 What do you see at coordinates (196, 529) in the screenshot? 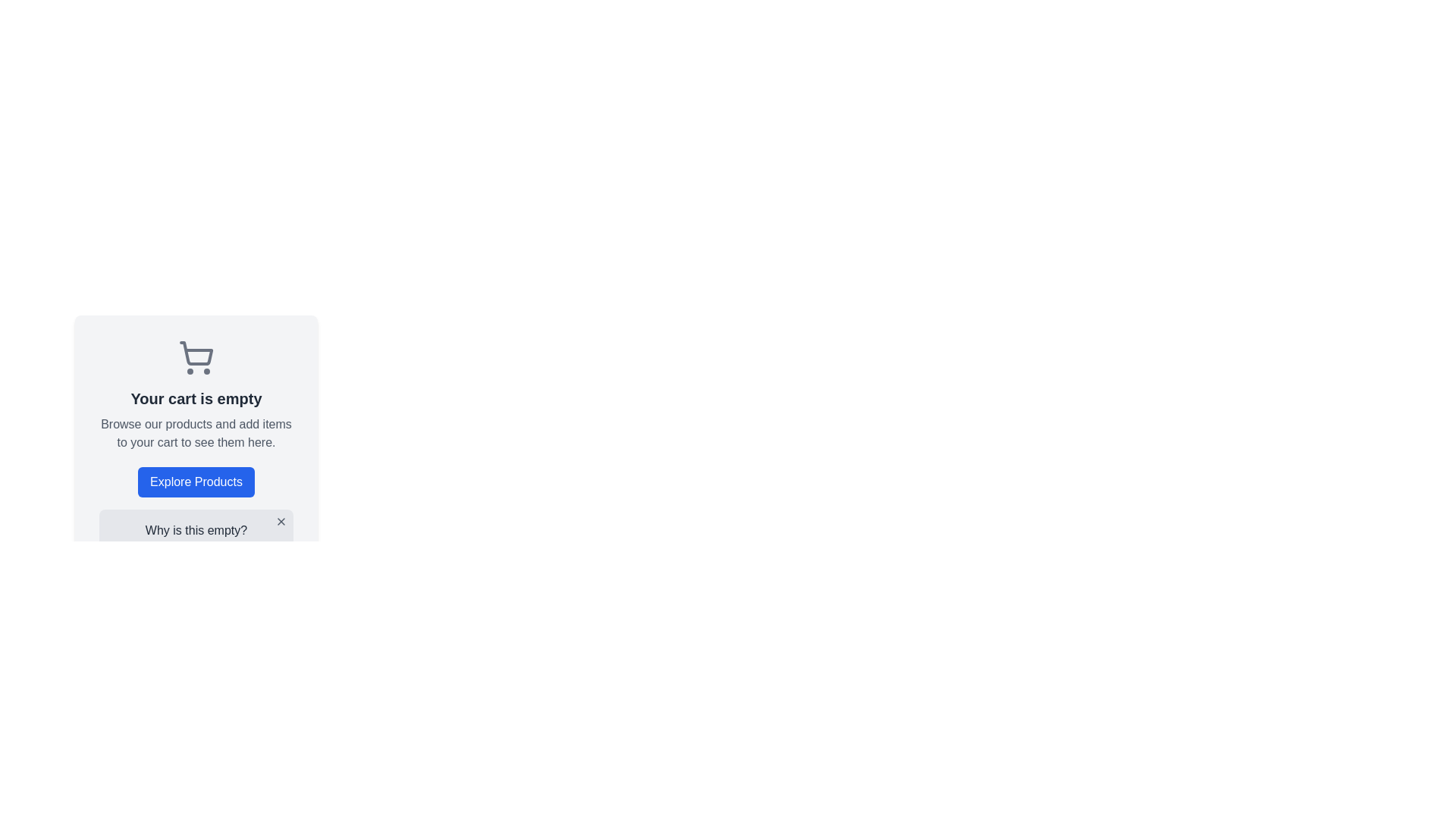
I see `the text label that says 'Why is this empty?' which is centrally aligned within a card-like component` at bounding box center [196, 529].